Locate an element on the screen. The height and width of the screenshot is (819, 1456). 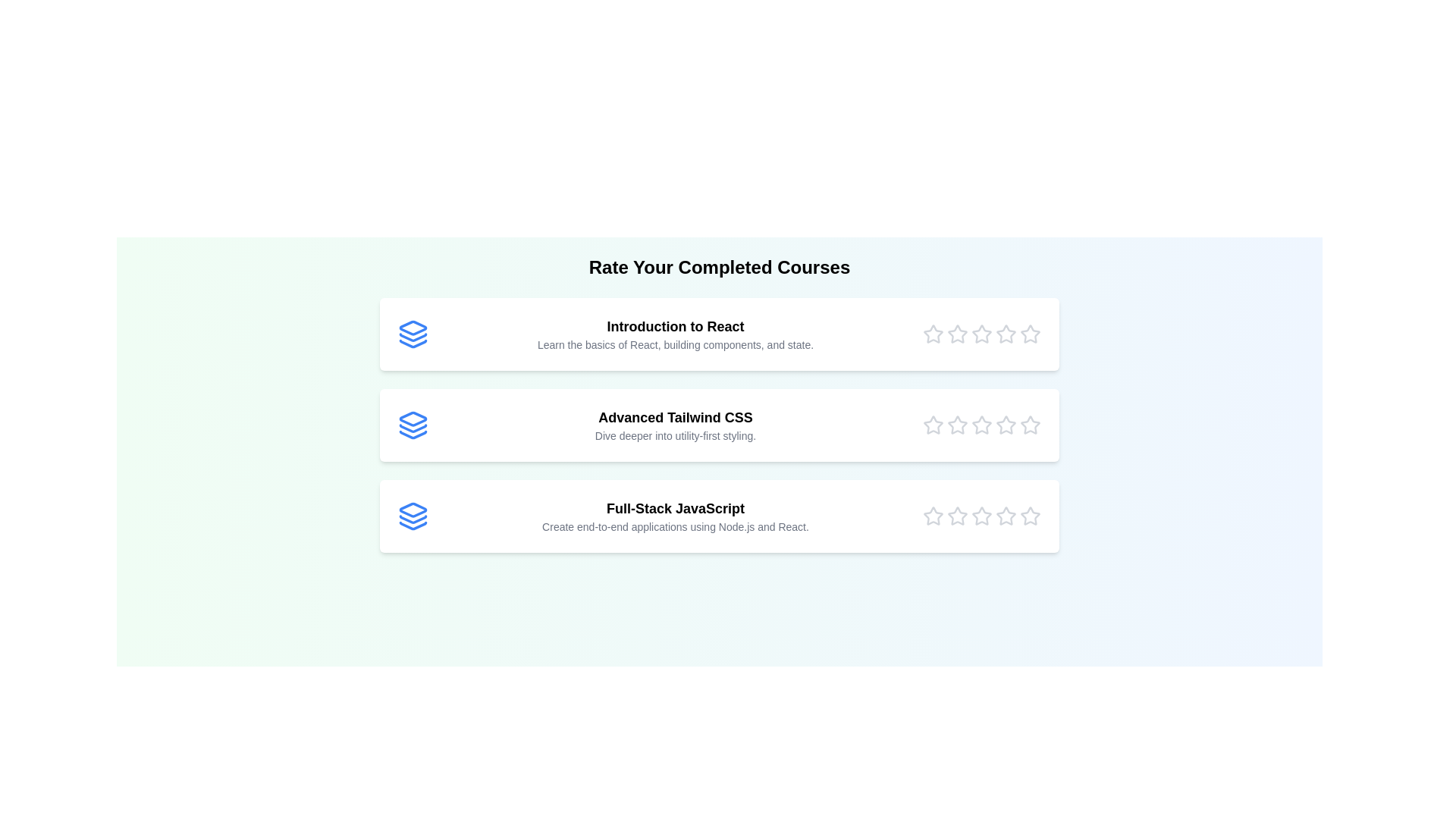
the course title to view its details. The parameter Introduction to React specifies which course to select is located at coordinates (719, 333).